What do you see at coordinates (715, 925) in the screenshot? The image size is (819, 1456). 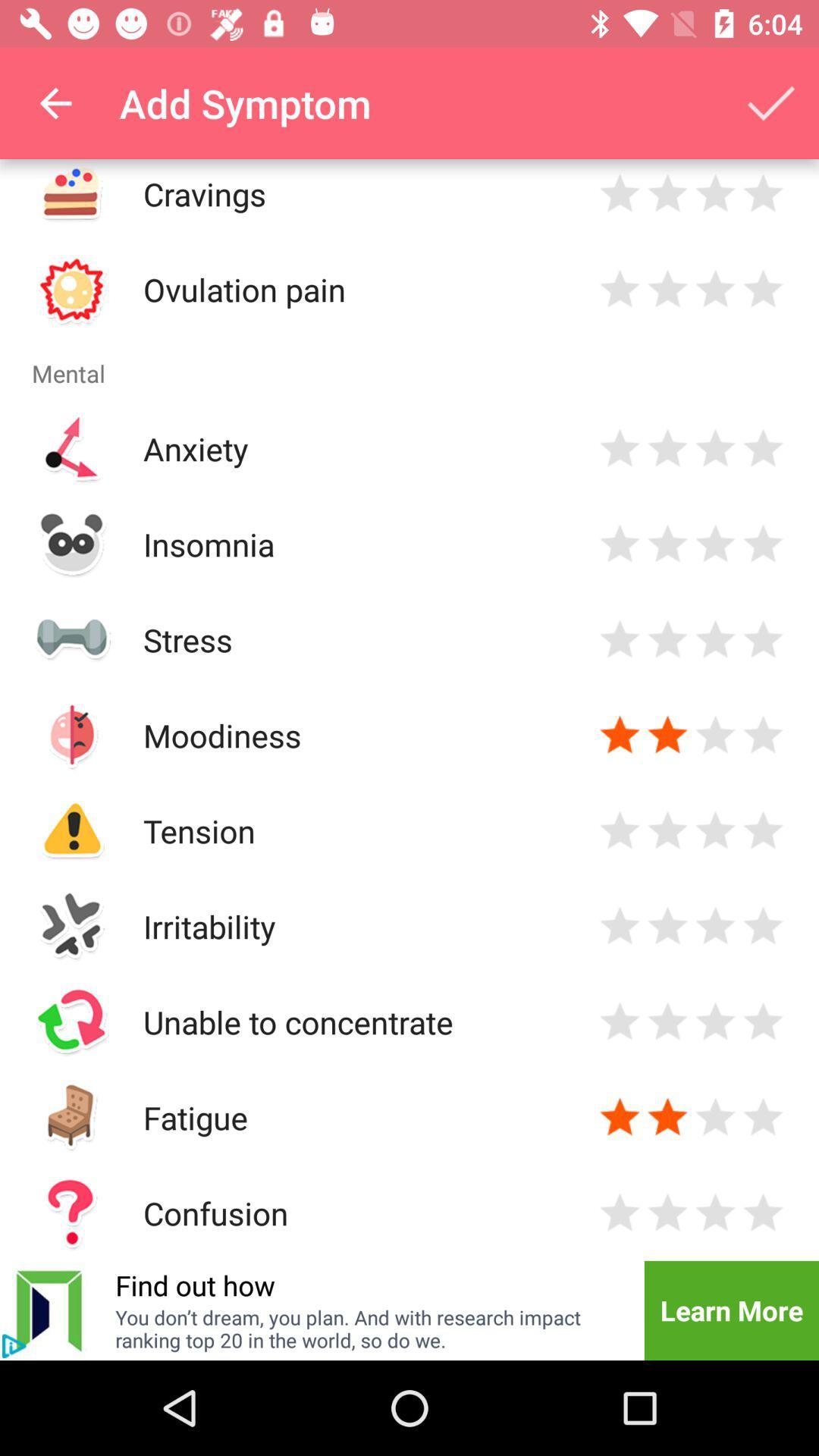 I see `3 star option` at bounding box center [715, 925].